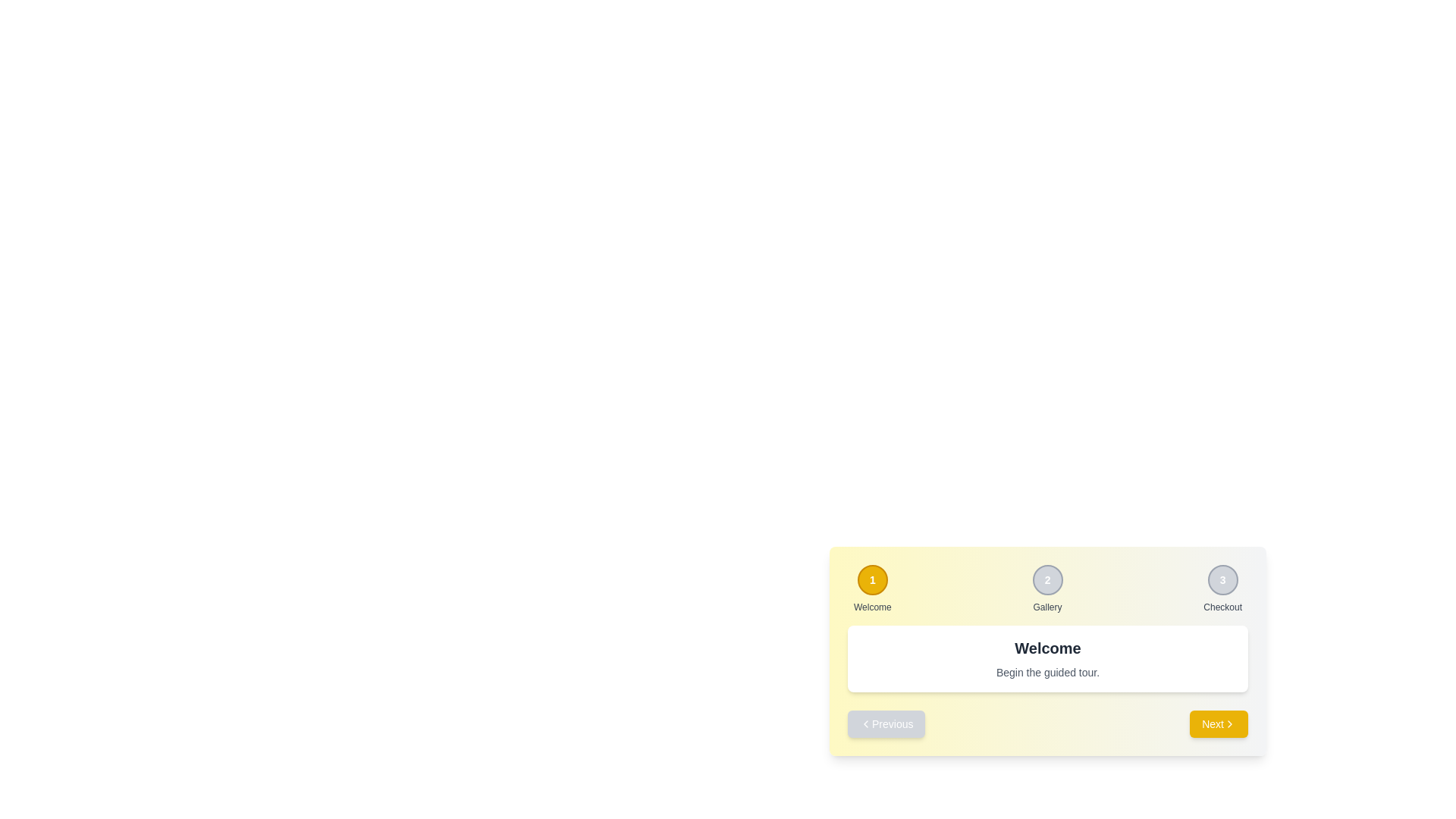 The image size is (1456, 819). What do you see at coordinates (1047, 672) in the screenshot?
I see `the static text label displaying 'Begin the guided tour.' which is located below the 'Welcome' header in a light card interface` at bounding box center [1047, 672].